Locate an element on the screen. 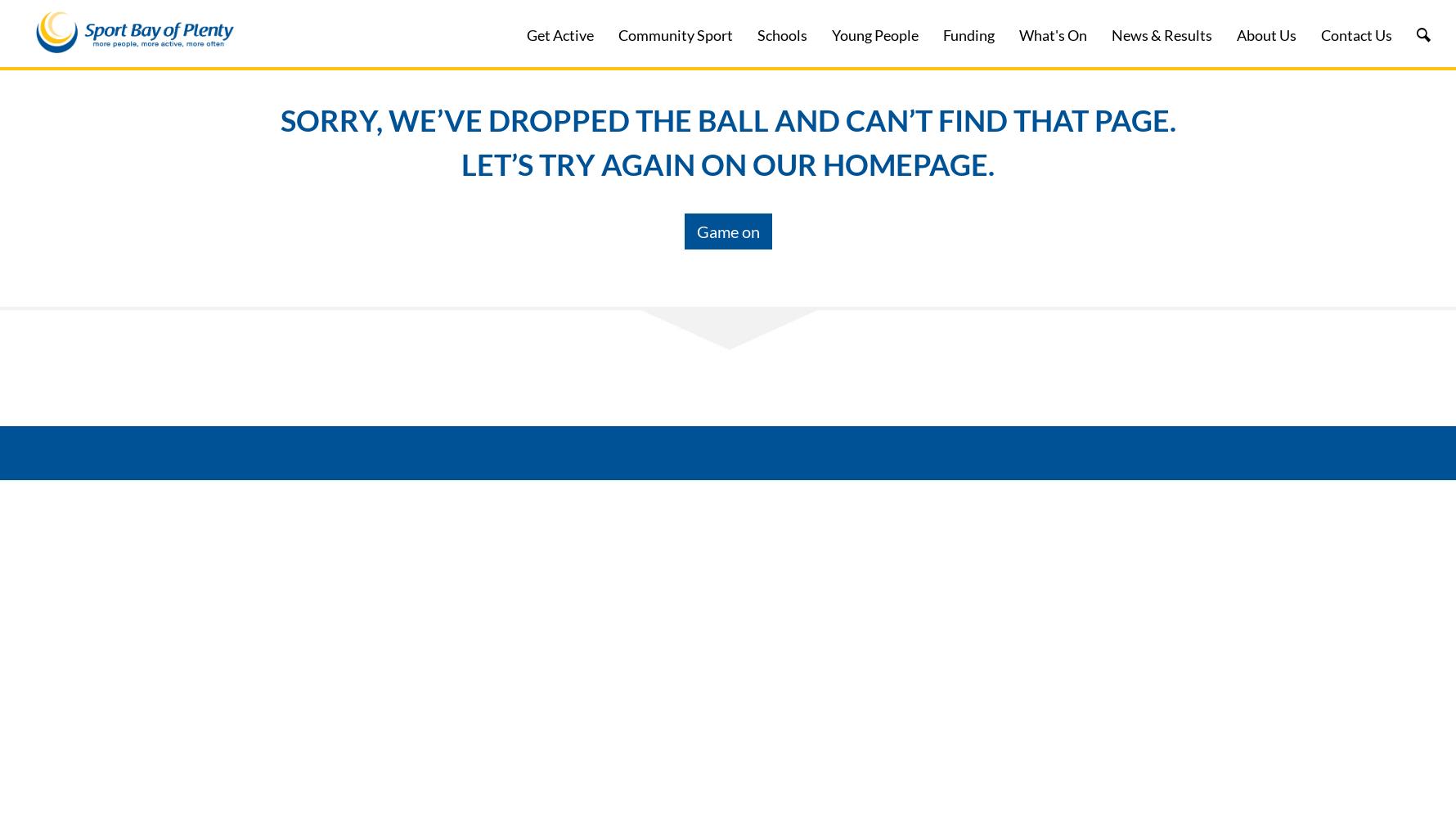 The width and height of the screenshot is (1456, 818). 'About Us' is located at coordinates (1236, 35).